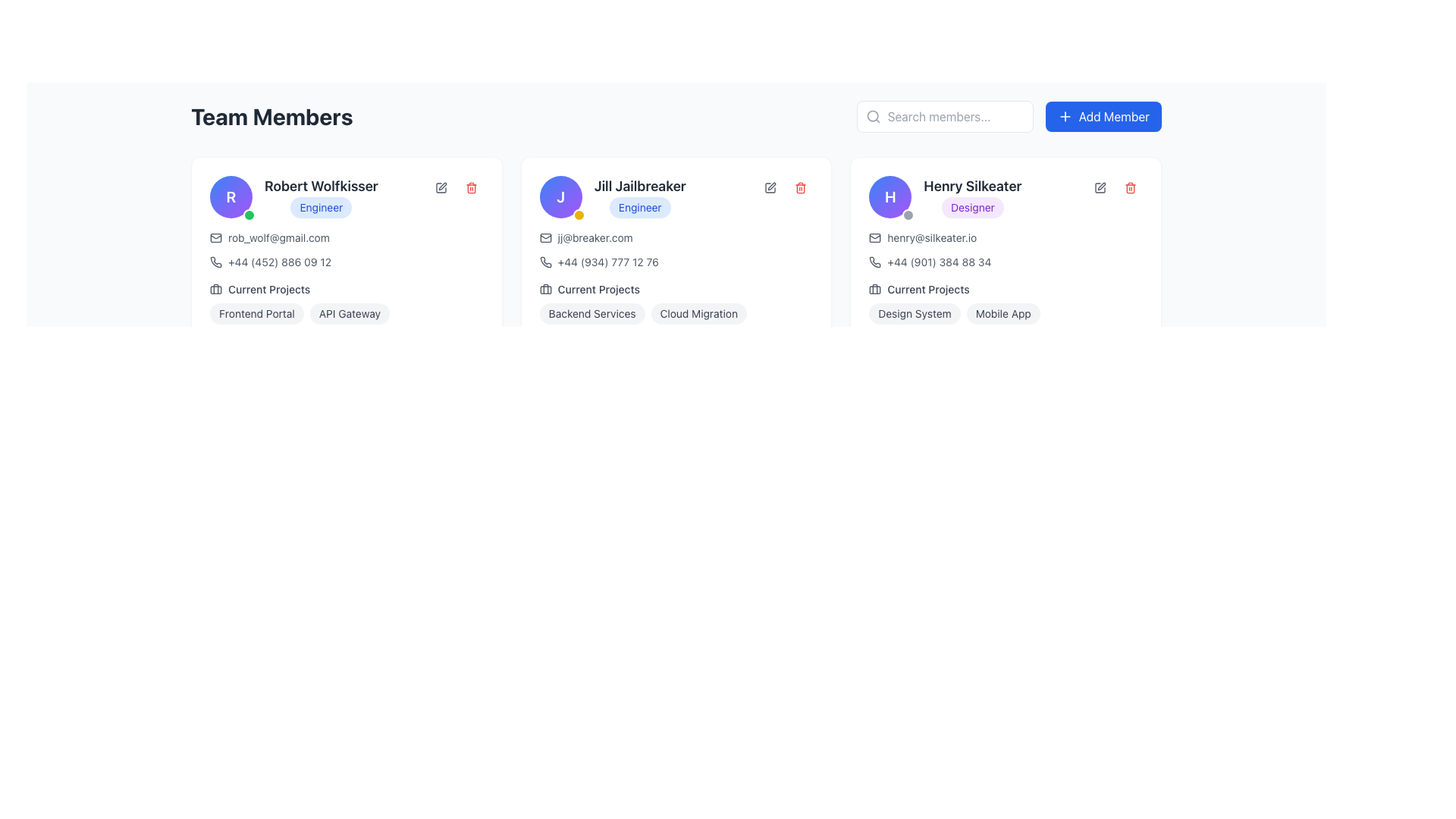 The height and width of the screenshot is (819, 1456). What do you see at coordinates (676, 303) in the screenshot?
I see `text in the 'Current Projects' section, which includes the tags 'Backend Services' and 'Cloud Migration'` at bounding box center [676, 303].